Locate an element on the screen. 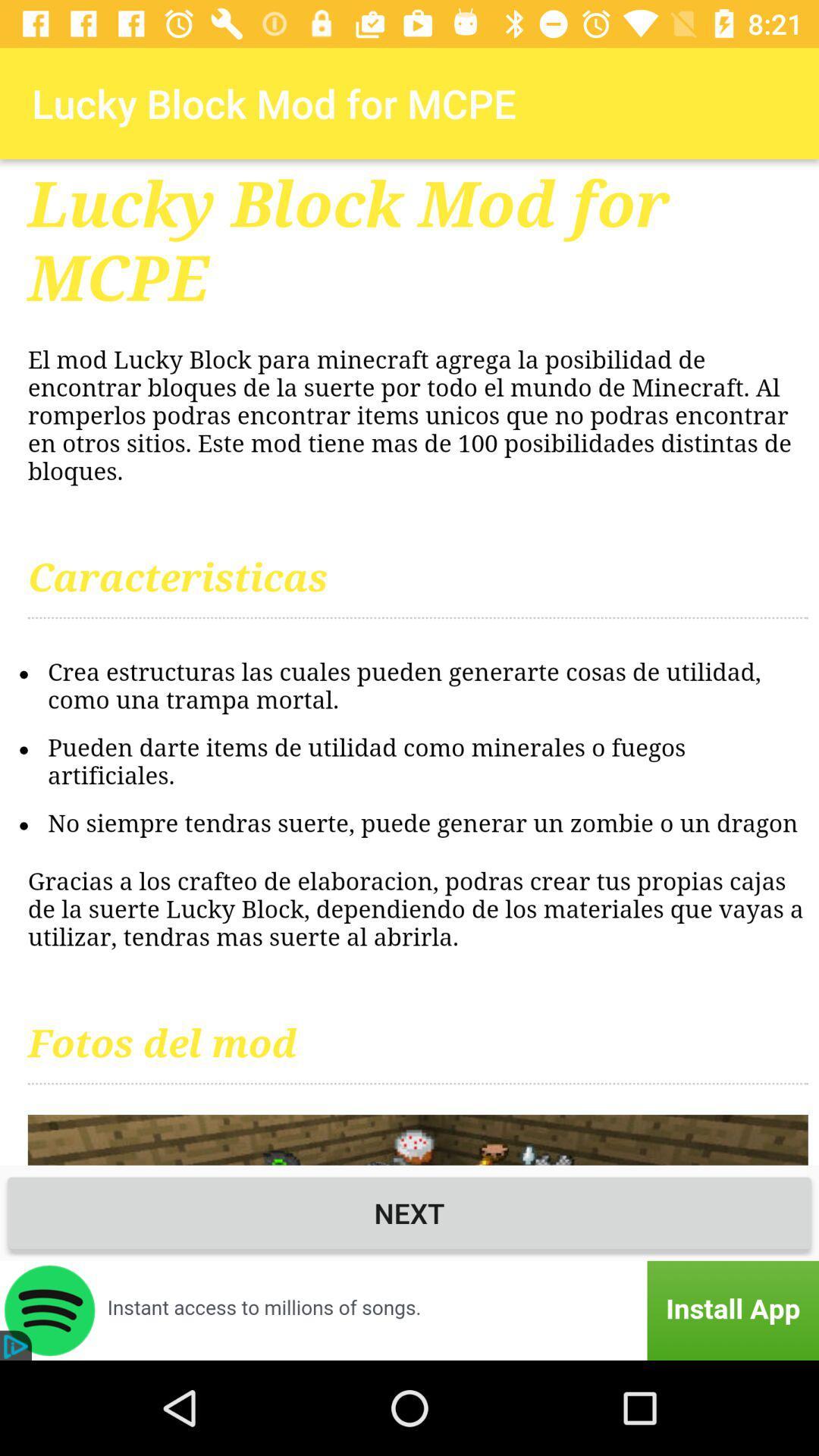  advertisement is located at coordinates (409, 1310).